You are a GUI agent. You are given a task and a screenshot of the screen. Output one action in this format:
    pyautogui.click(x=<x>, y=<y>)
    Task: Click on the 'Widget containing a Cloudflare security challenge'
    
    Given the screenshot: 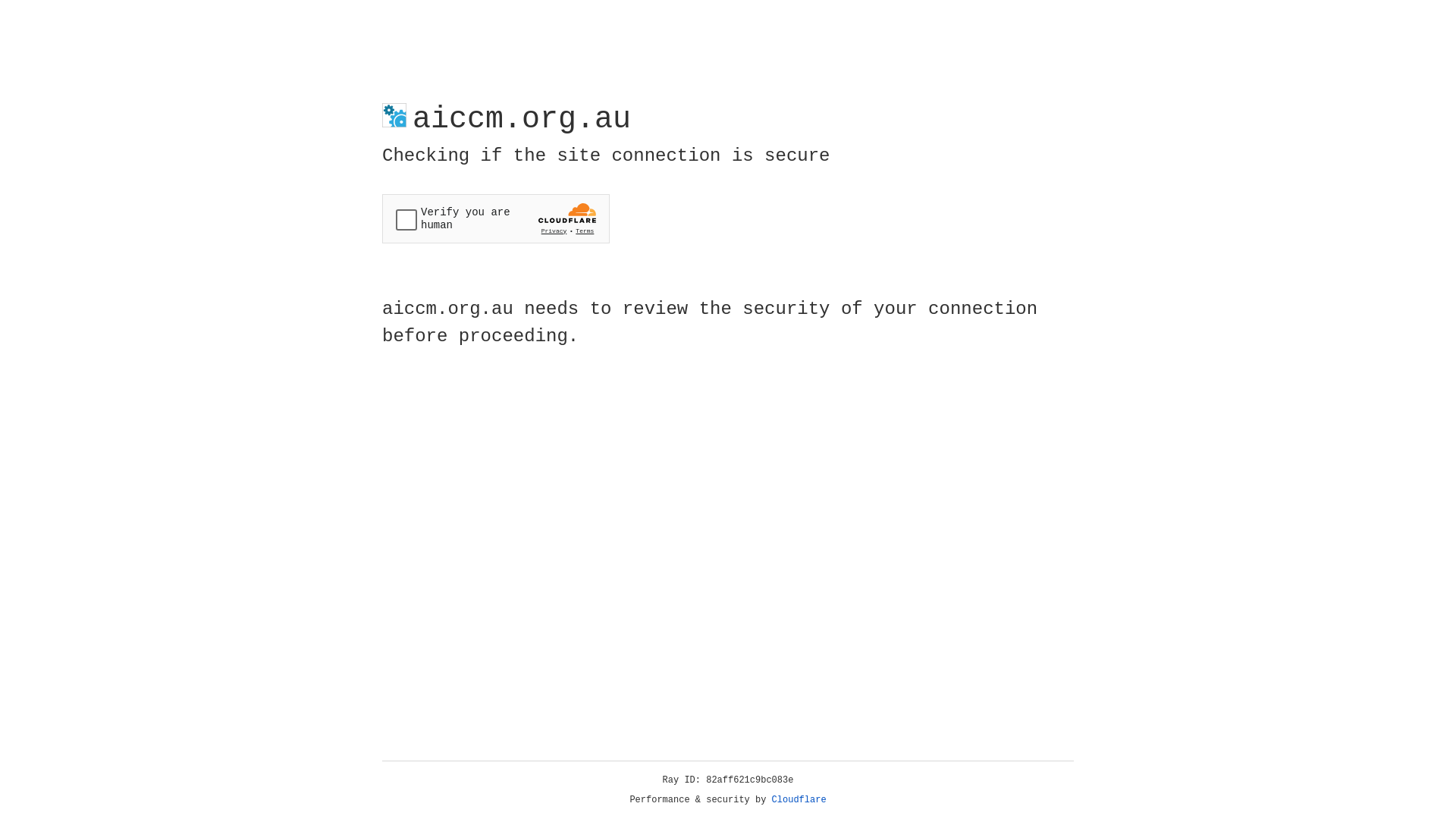 What is the action you would take?
    pyautogui.click(x=495, y=218)
    